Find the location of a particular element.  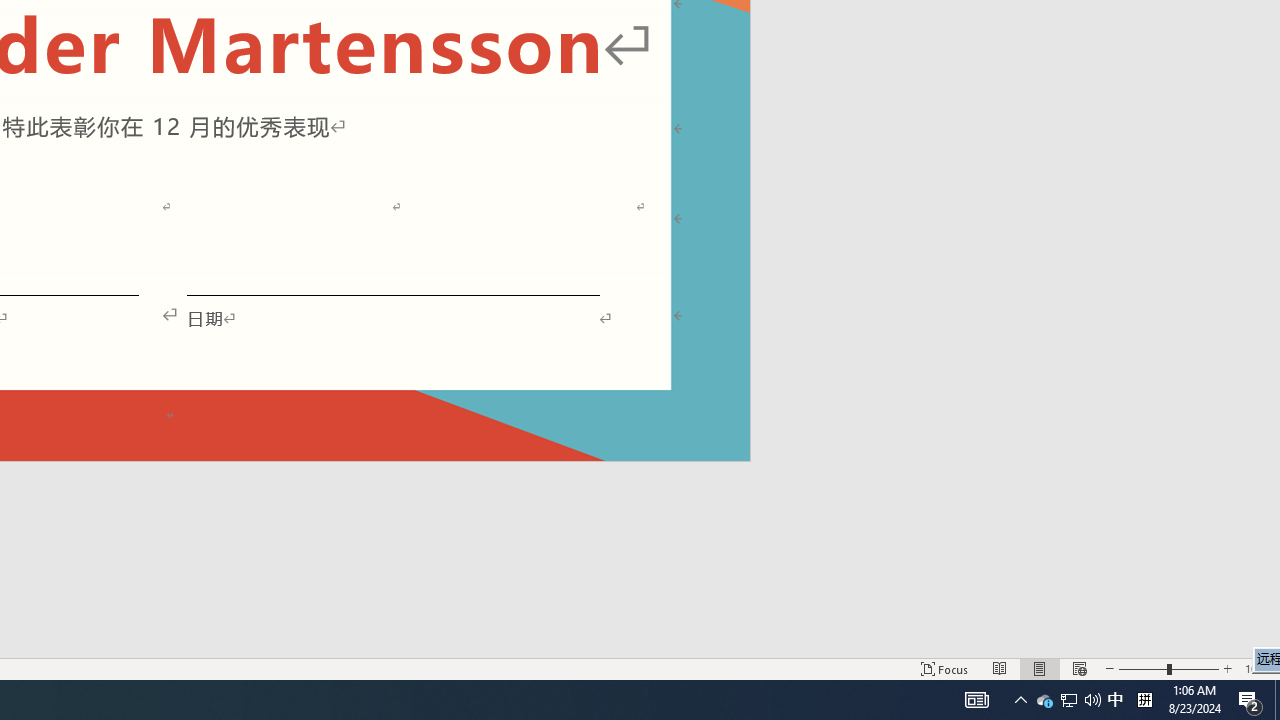

'Zoom 104%' is located at coordinates (1257, 669).